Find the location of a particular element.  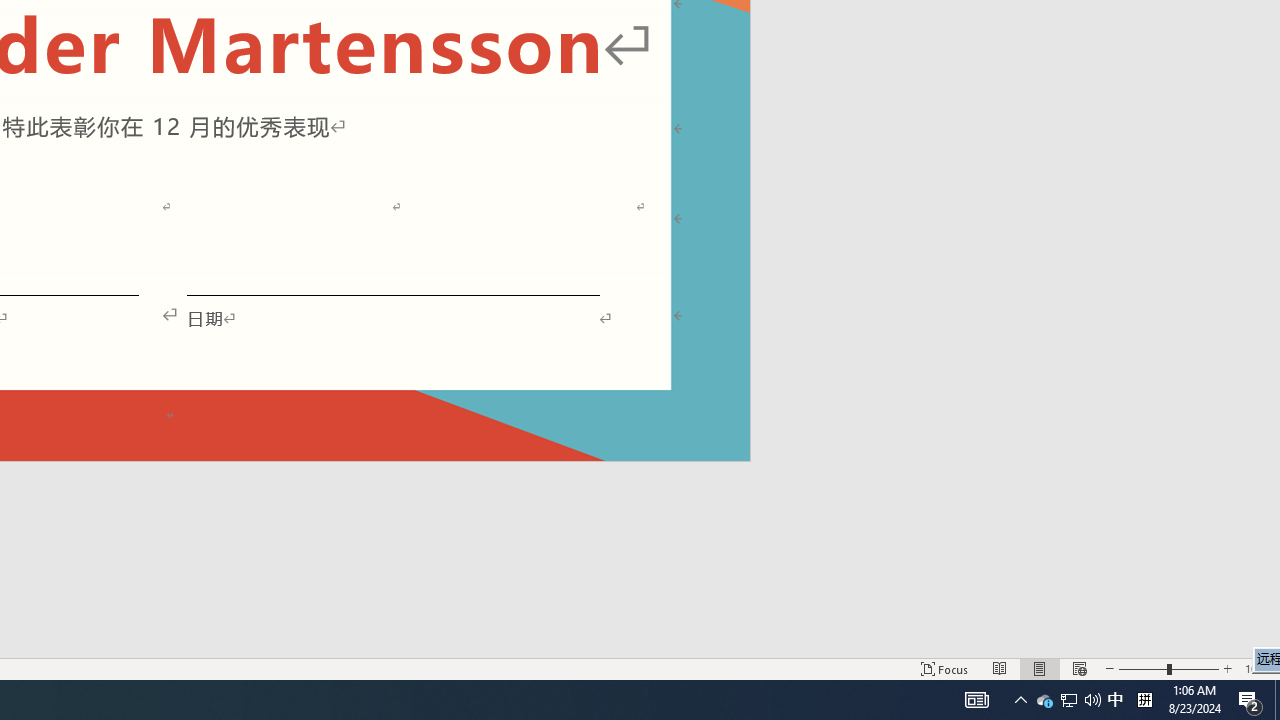

'Zoom 104%' is located at coordinates (1257, 669).